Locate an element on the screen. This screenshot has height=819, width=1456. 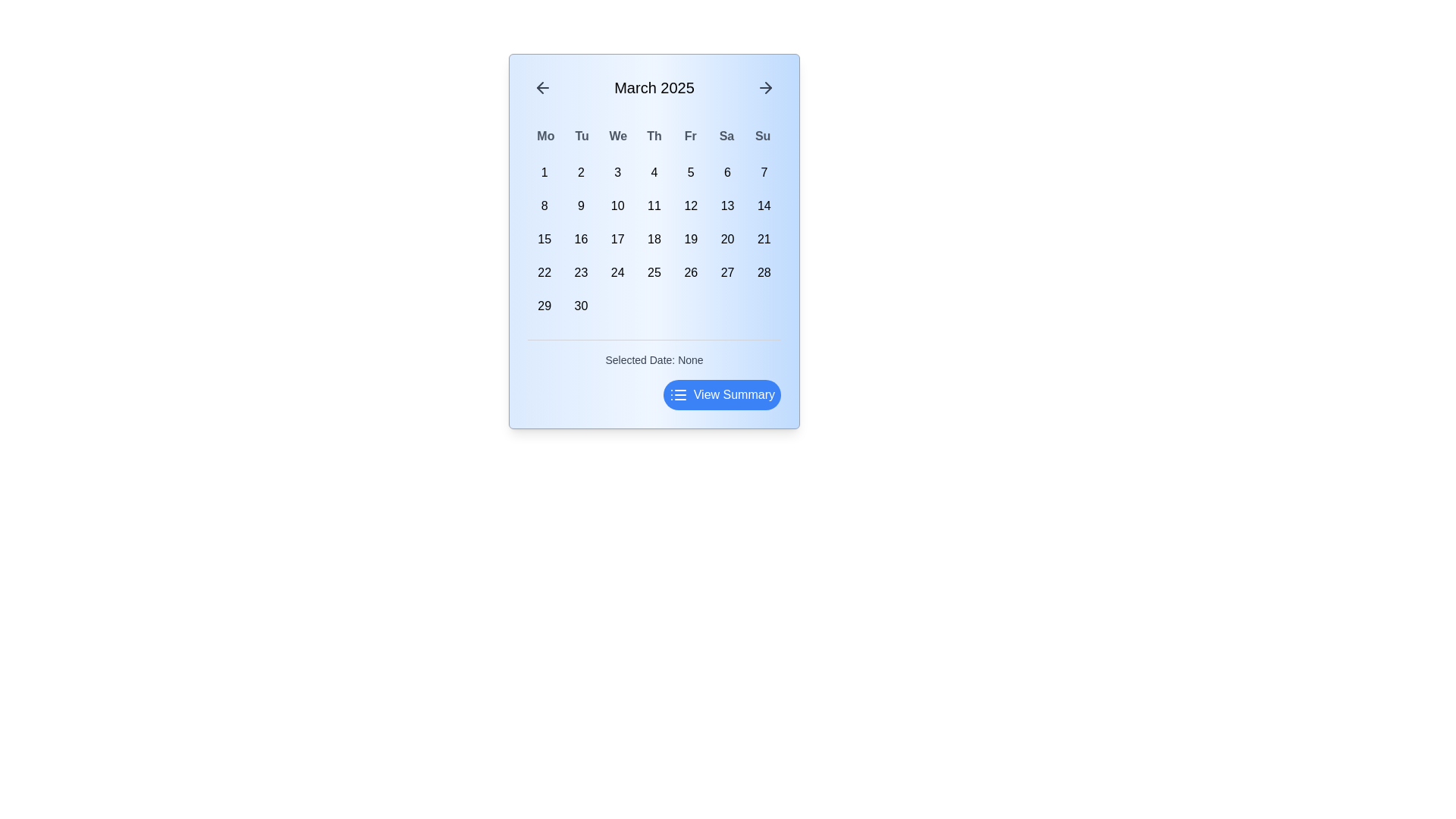
the icon-based button located at the upper left corner of the calendar interface, which navigates to the previous month when clicked is located at coordinates (542, 87).